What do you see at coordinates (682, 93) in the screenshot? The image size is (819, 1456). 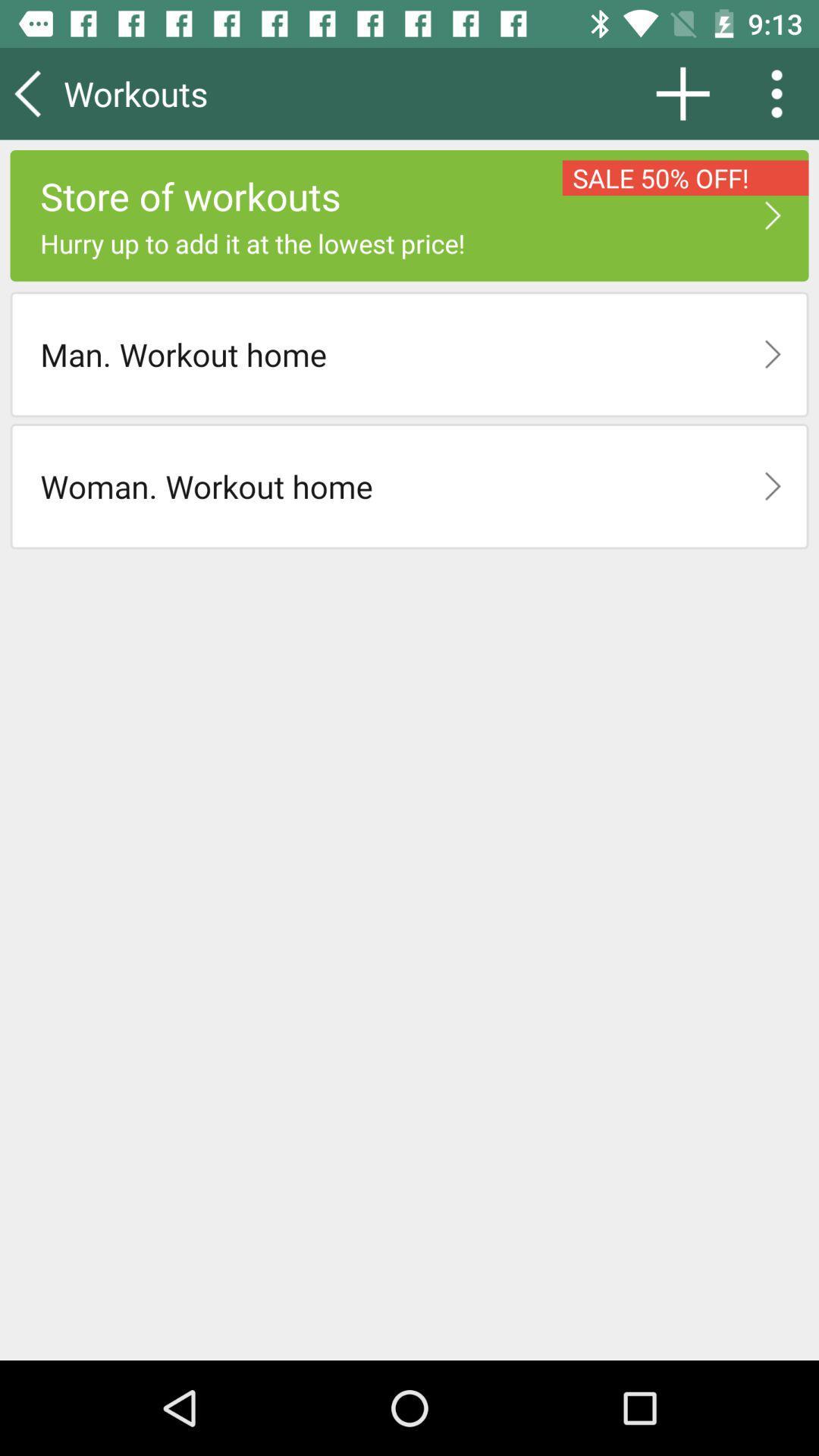 I see `the item above the store of workouts app` at bounding box center [682, 93].